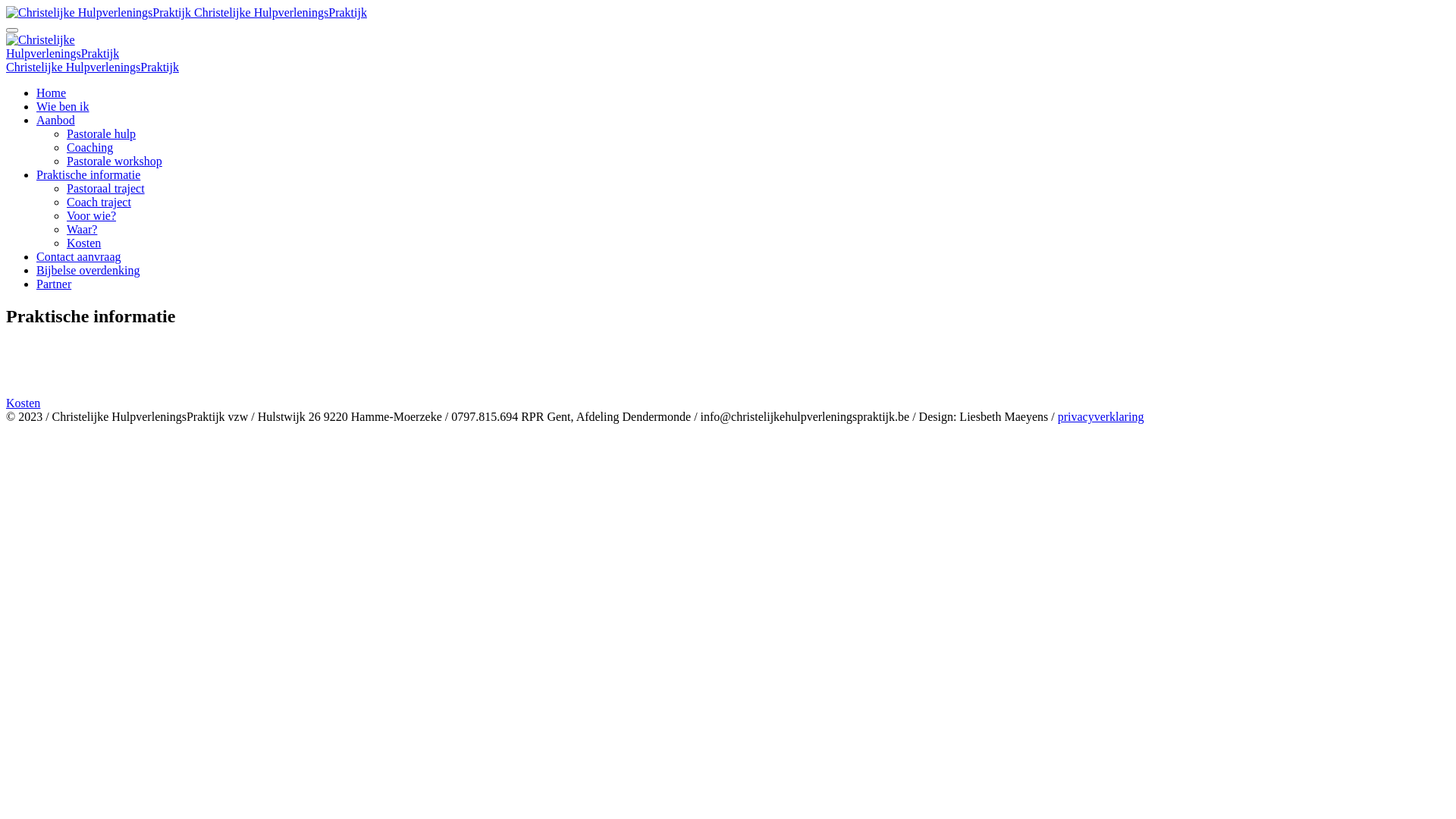  I want to click on 'Christelijke HulpverleningsPraktijk', so click(97, 12).